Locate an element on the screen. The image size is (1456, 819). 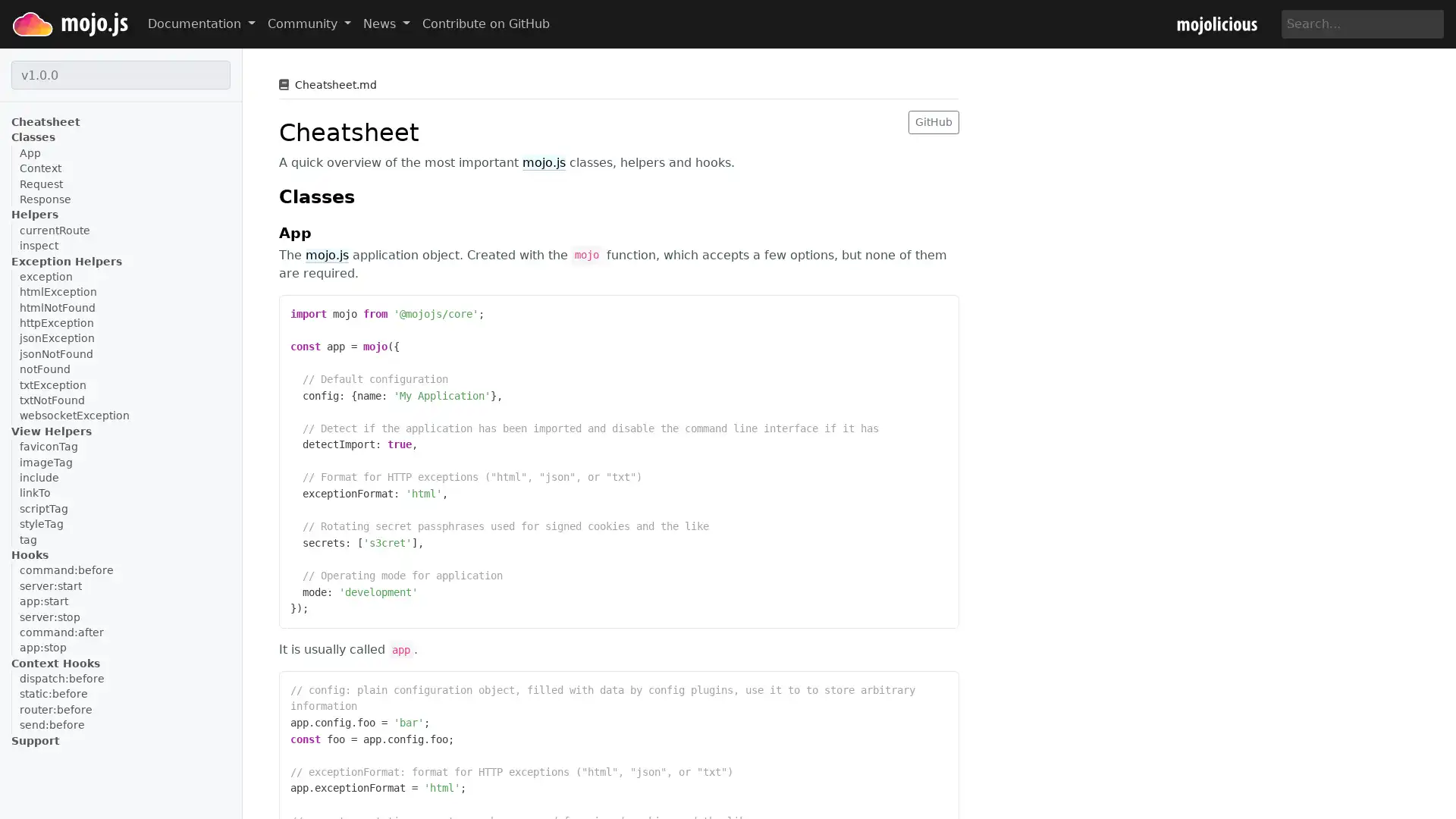
GitHub is located at coordinates (933, 121).